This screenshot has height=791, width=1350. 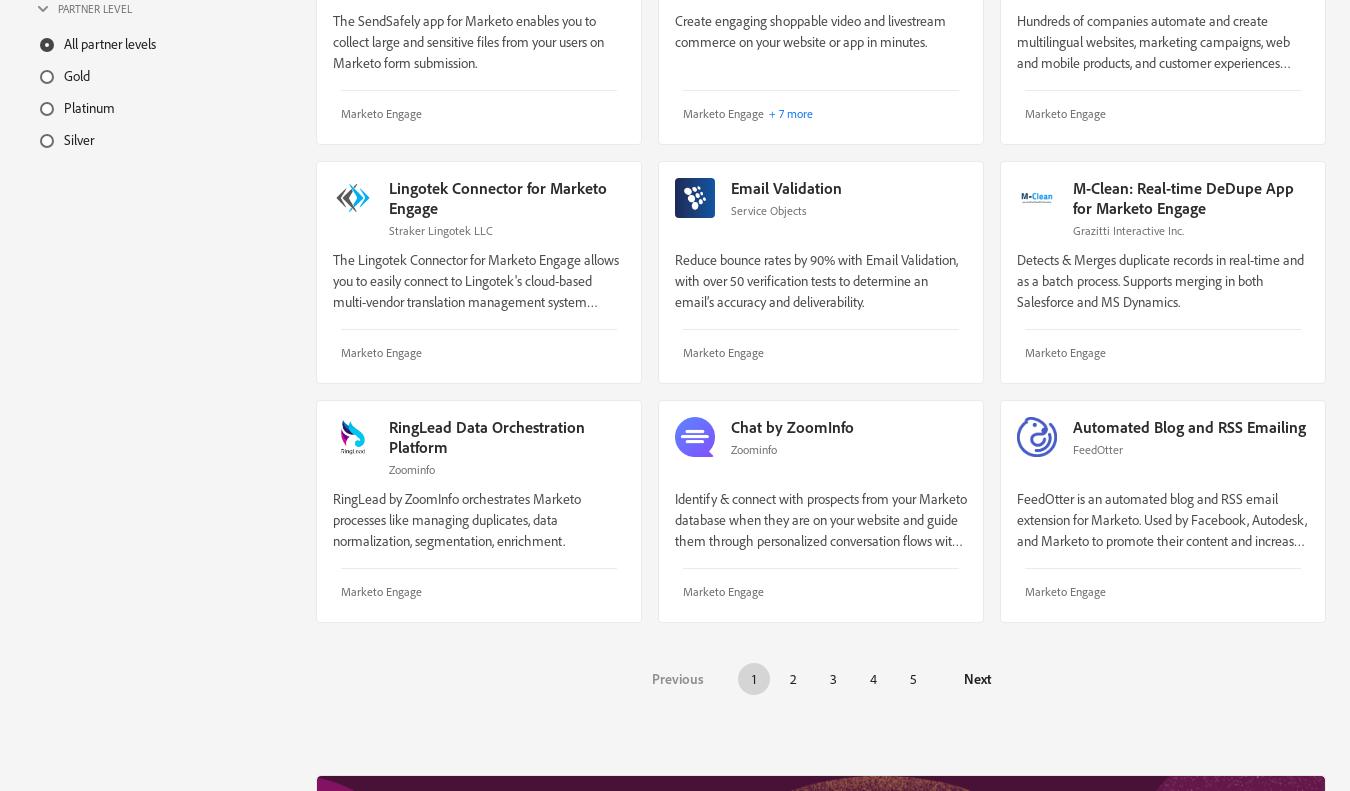 What do you see at coordinates (909, 677) in the screenshot?
I see `'5'` at bounding box center [909, 677].